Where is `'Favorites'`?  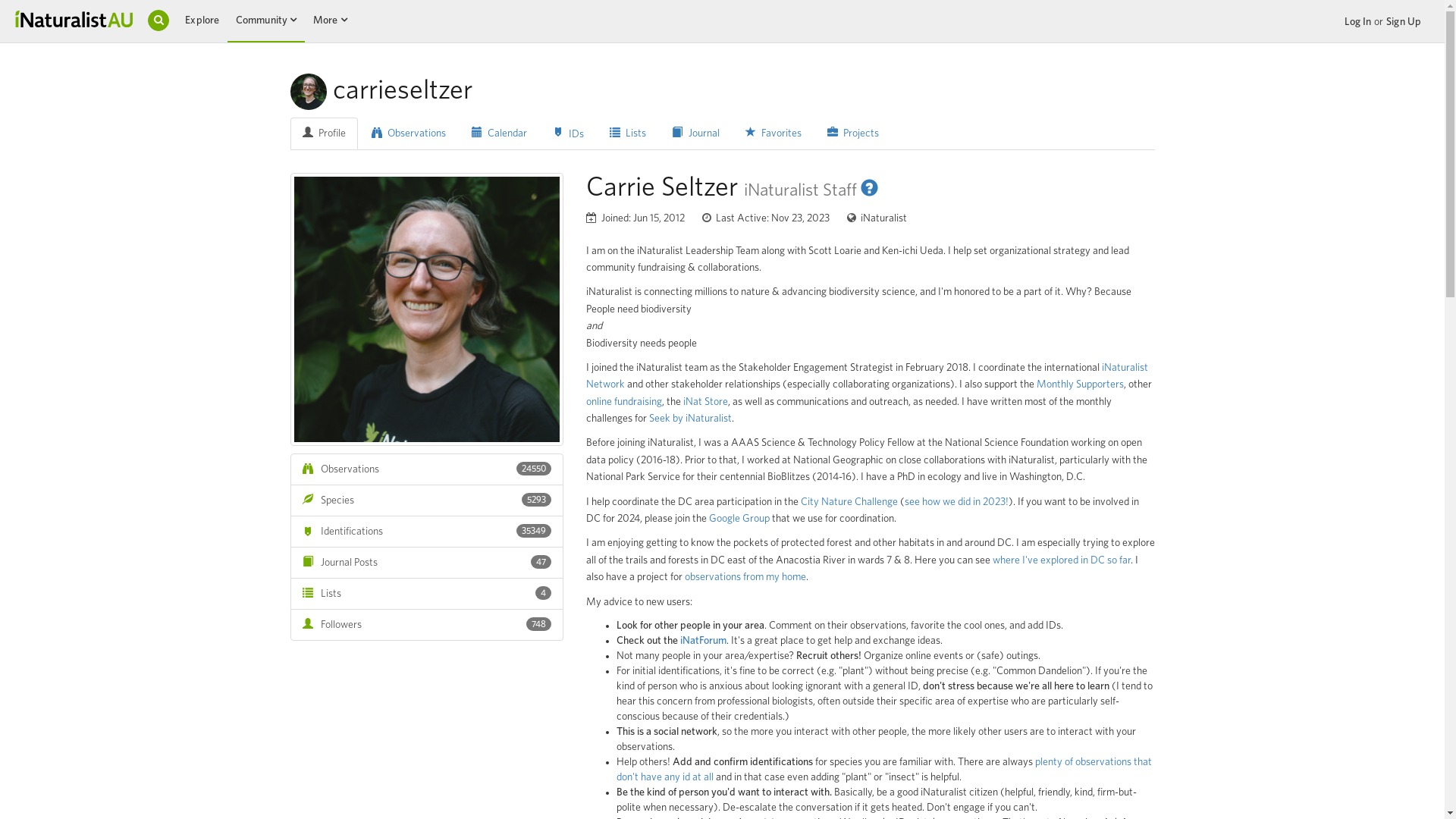
'Favorites' is located at coordinates (773, 133).